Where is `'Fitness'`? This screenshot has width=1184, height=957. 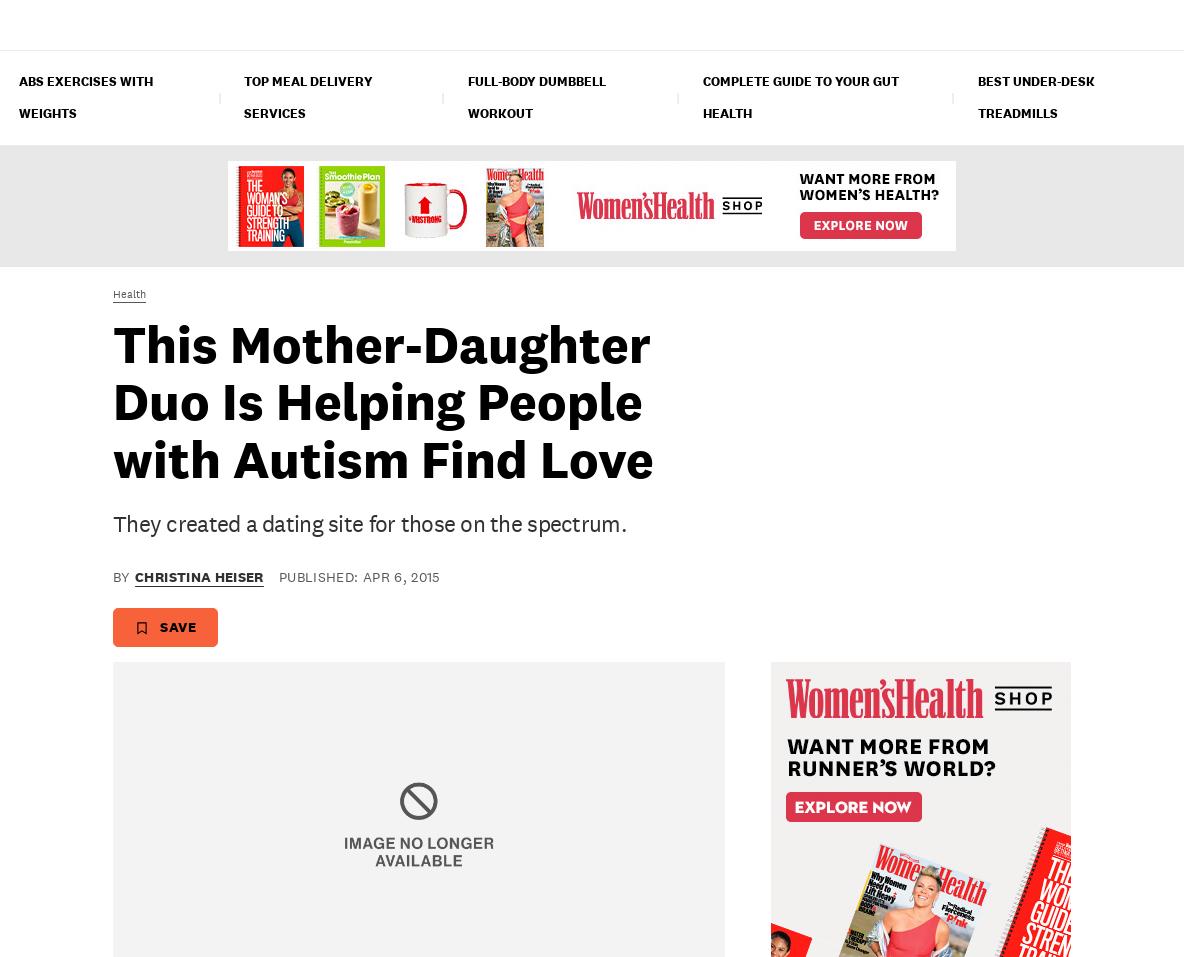
'Fitness' is located at coordinates (306, 23).